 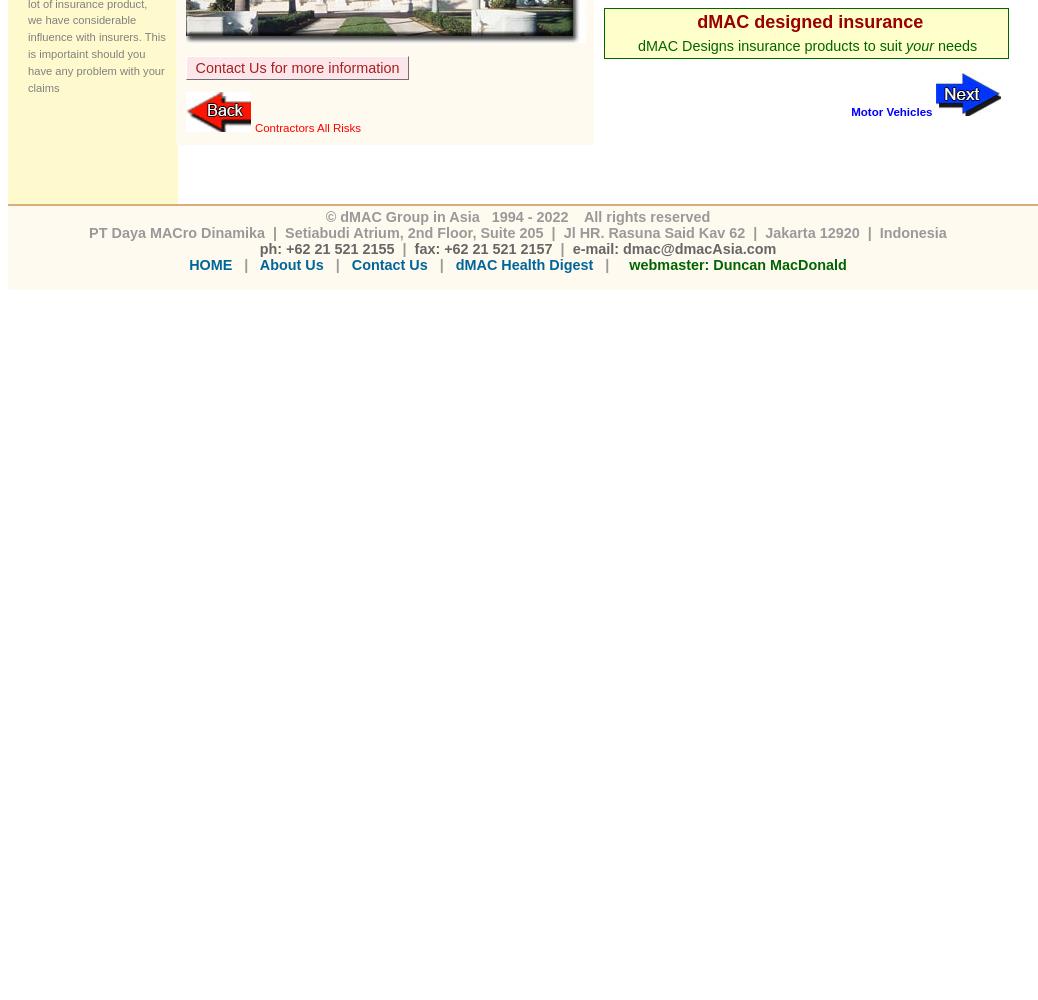 What do you see at coordinates (636, 46) in the screenshot?
I see `'dMAC Designs insurance products to suit'` at bounding box center [636, 46].